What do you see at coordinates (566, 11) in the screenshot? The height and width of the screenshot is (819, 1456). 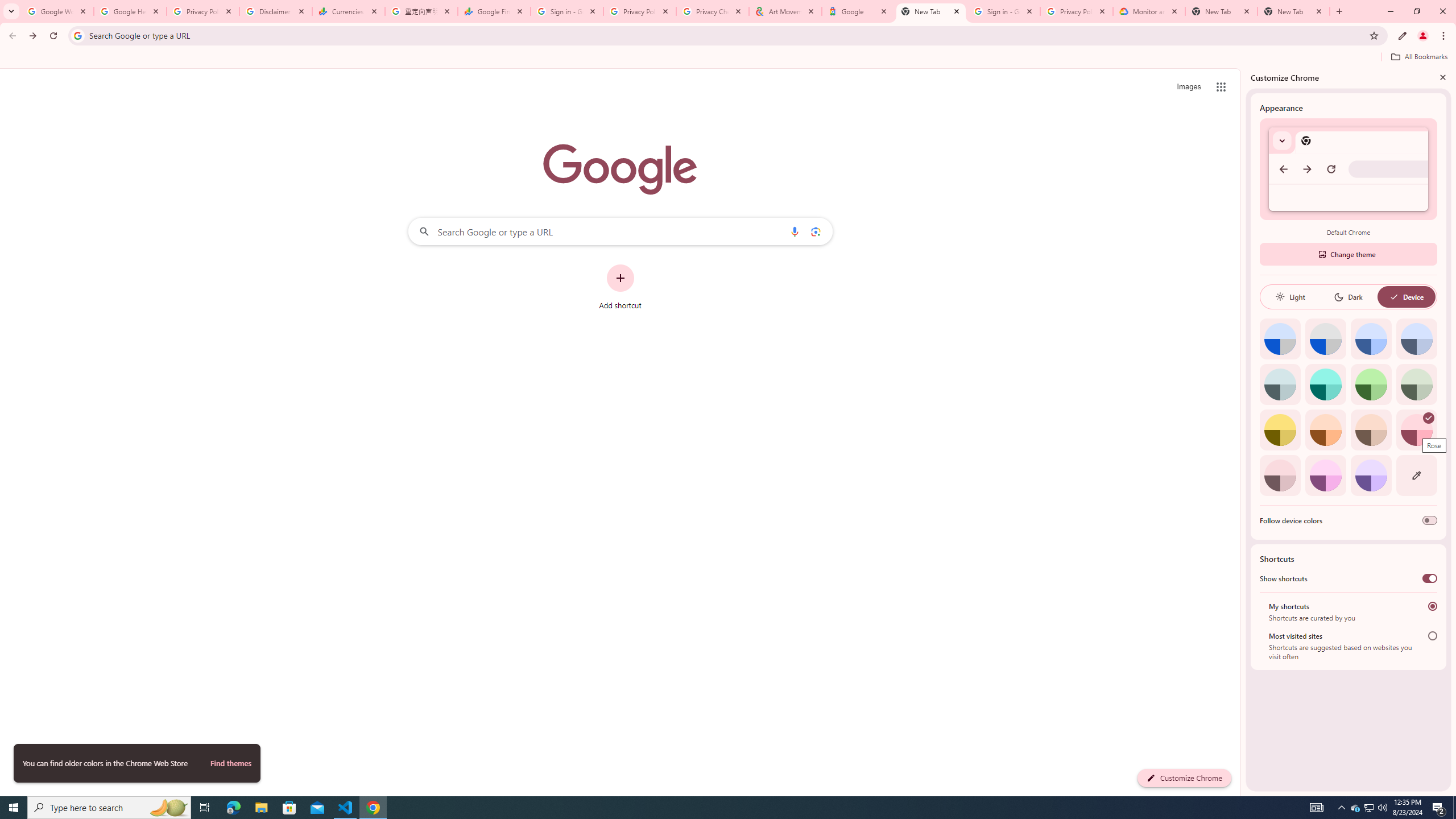 I see `'Sign in - Google Accounts'` at bounding box center [566, 11].